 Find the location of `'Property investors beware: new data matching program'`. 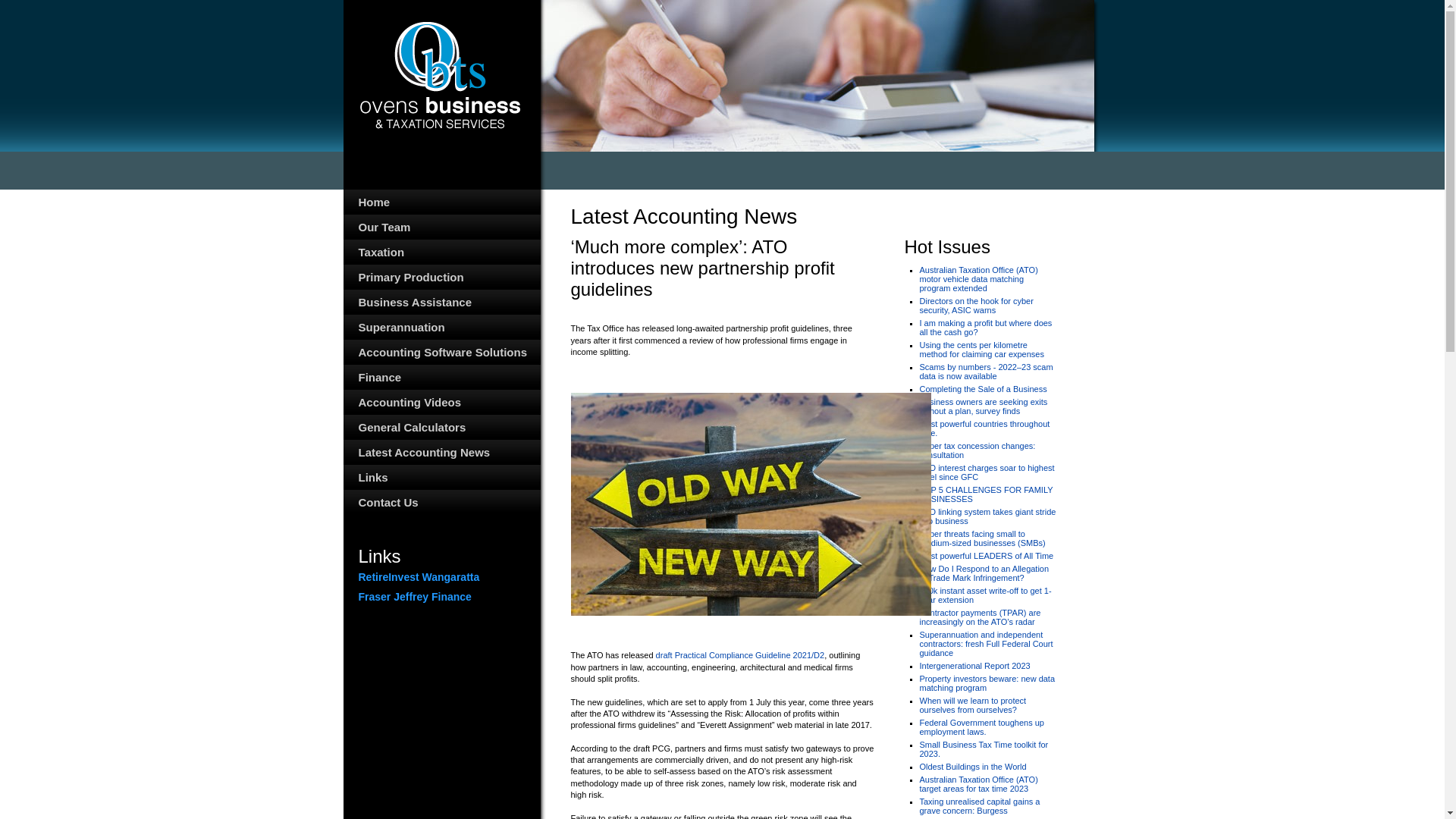

'Property investors beware: new data matching program' is located at coordinates (987, 683).